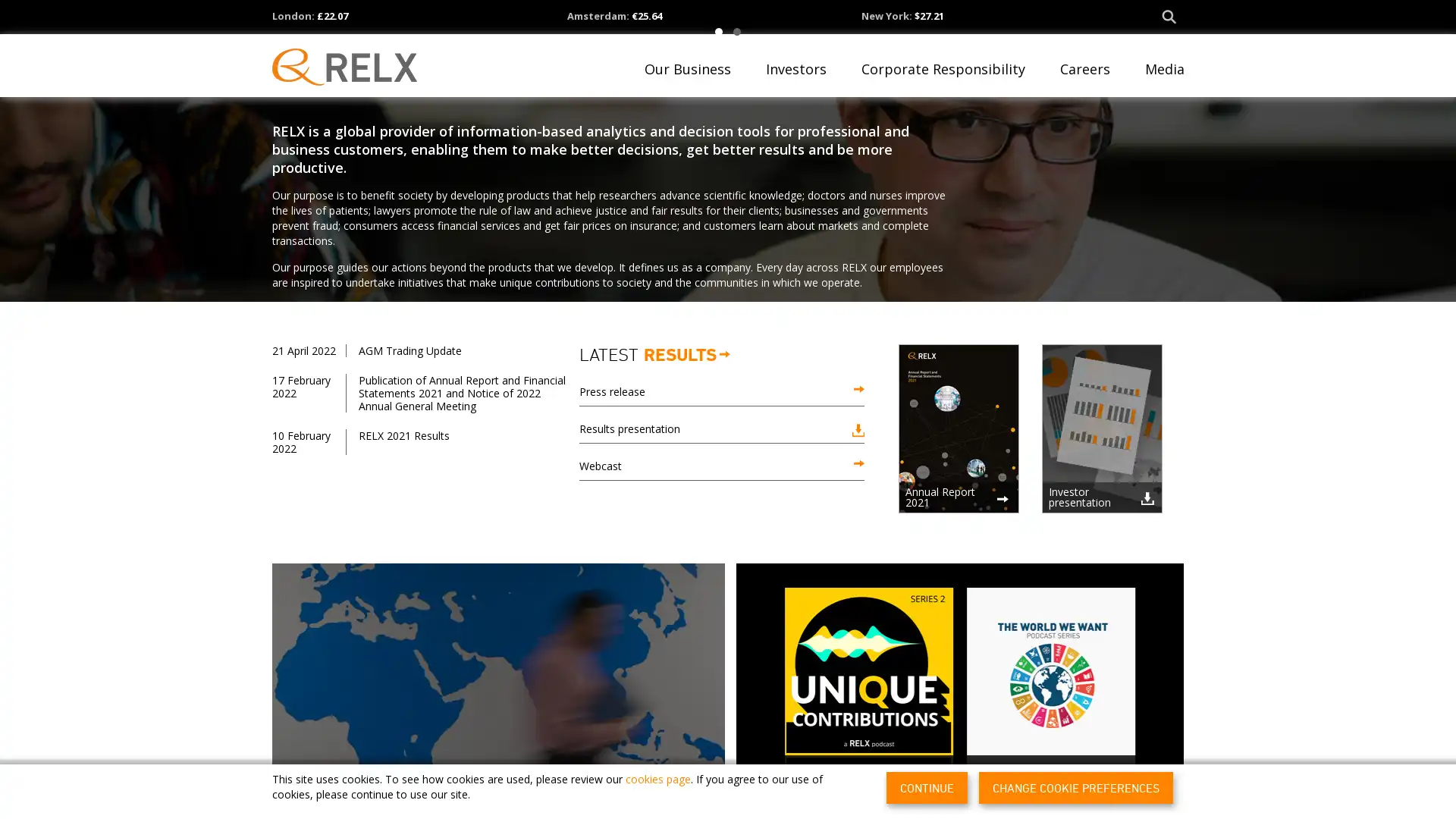  What do you see at coordinates (718, 32) in the screenshot?
I see `1` at bounding box center [718, 32].